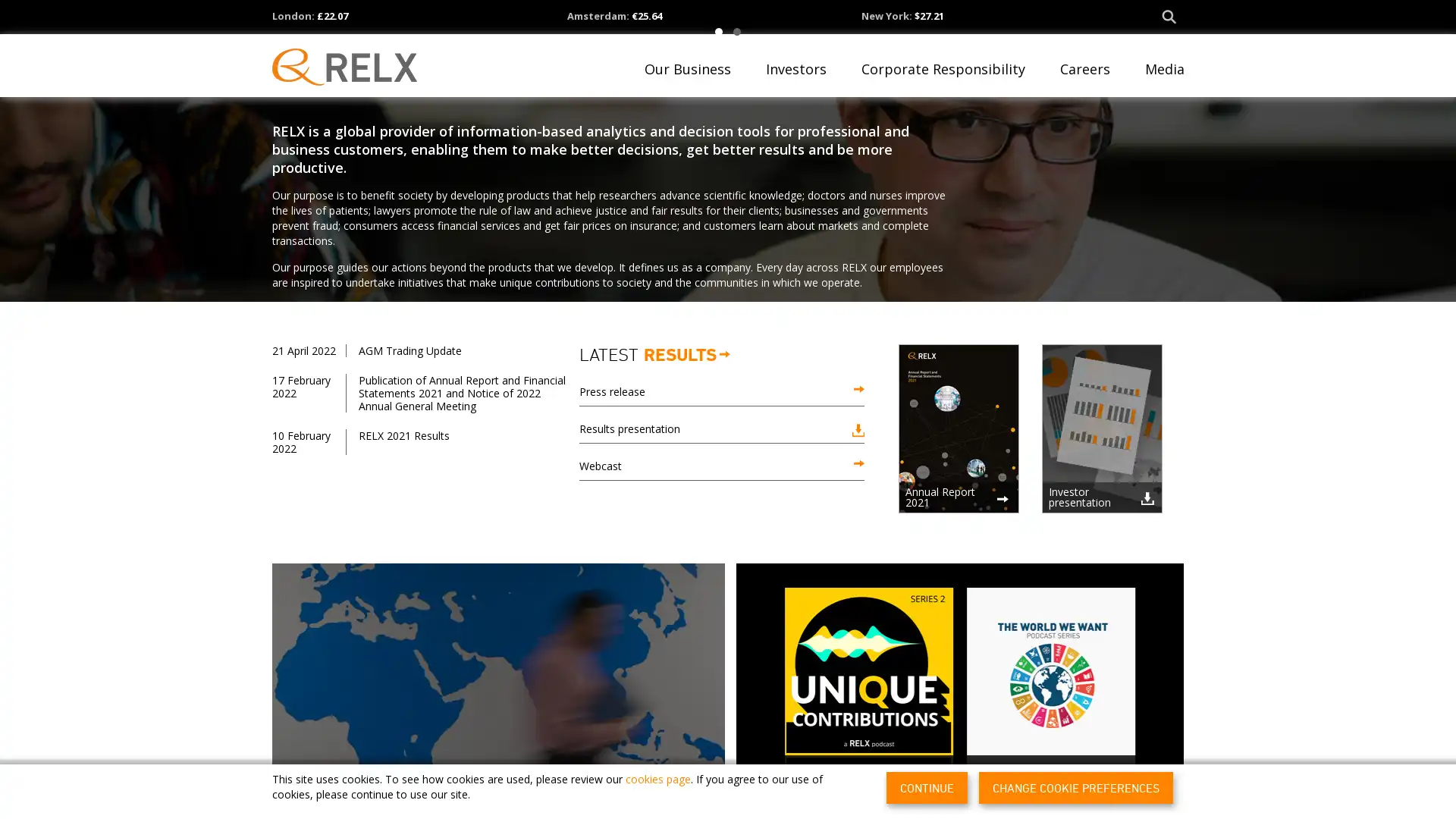  What do you see at coordinates (718, 32) in the screenshot?
I see `1` at bounding box center [718, 32].